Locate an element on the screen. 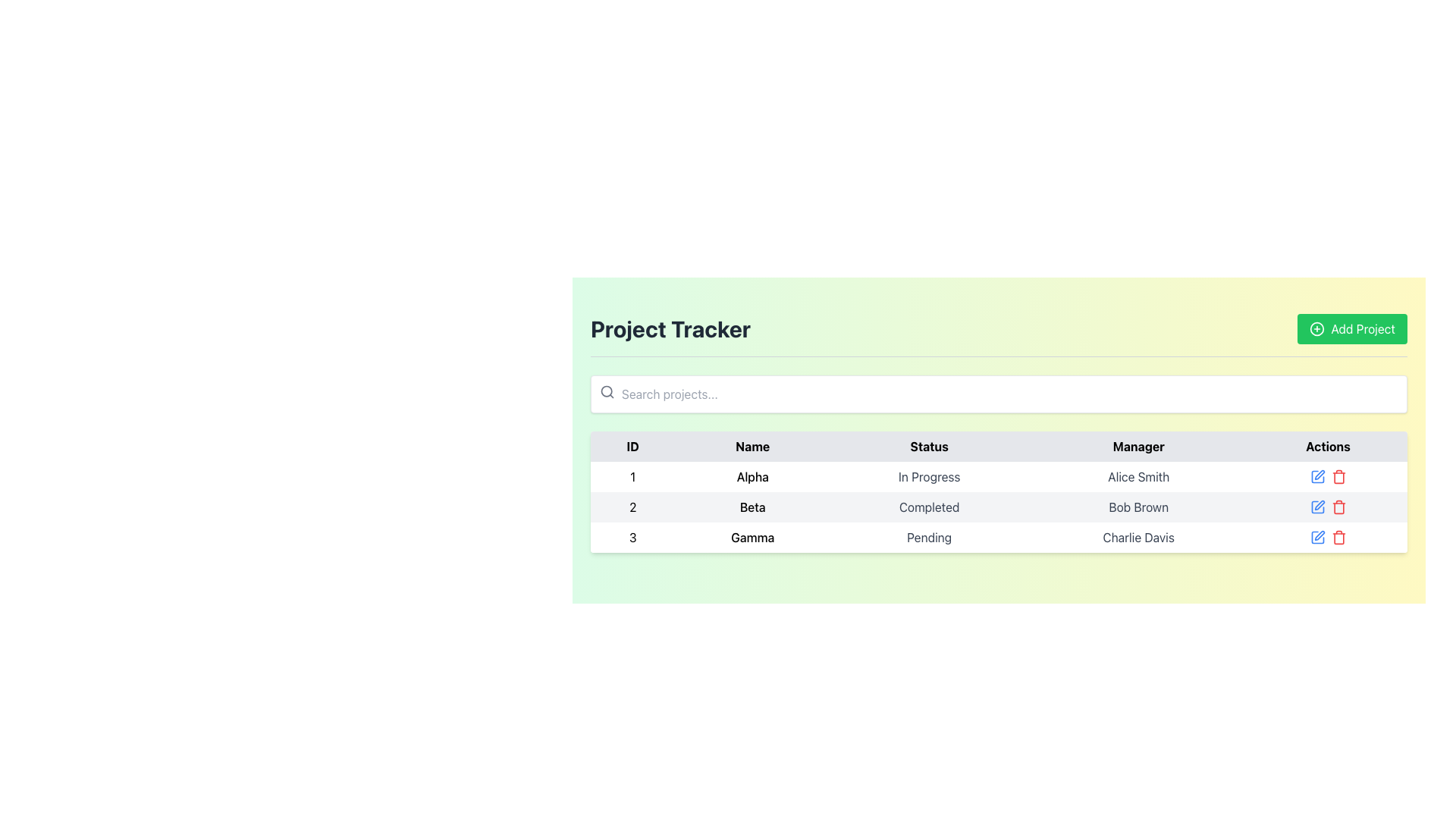 The image size is (1456, 819). the curved rectangular outline of the trash can icon located in the 'Actions' column for 'Charlie Davis' is located at coordinates (1338, 538).